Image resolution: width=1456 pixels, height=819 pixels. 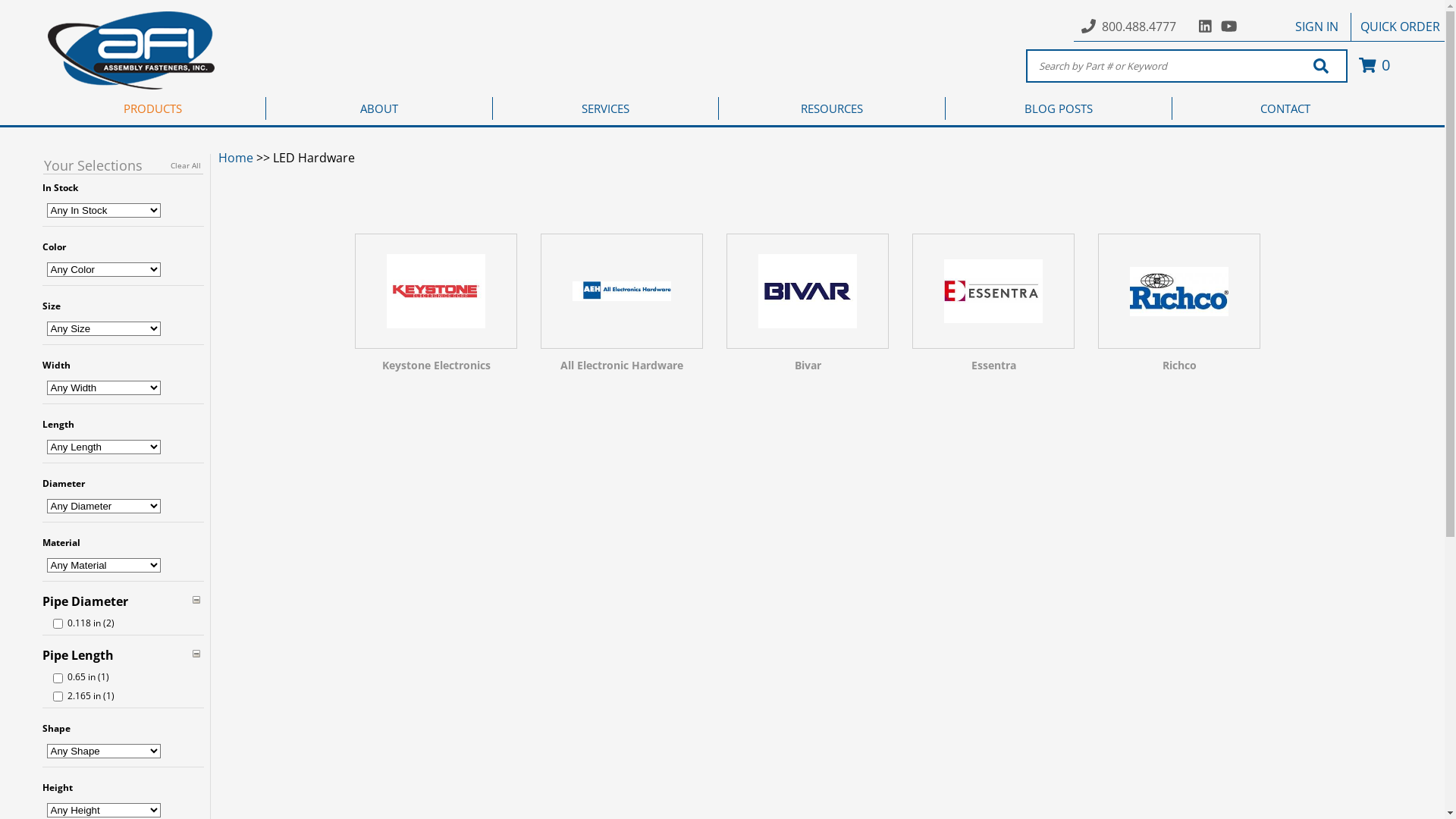 I want to click on 'PRODUCTS', so click(x=152, y=107).